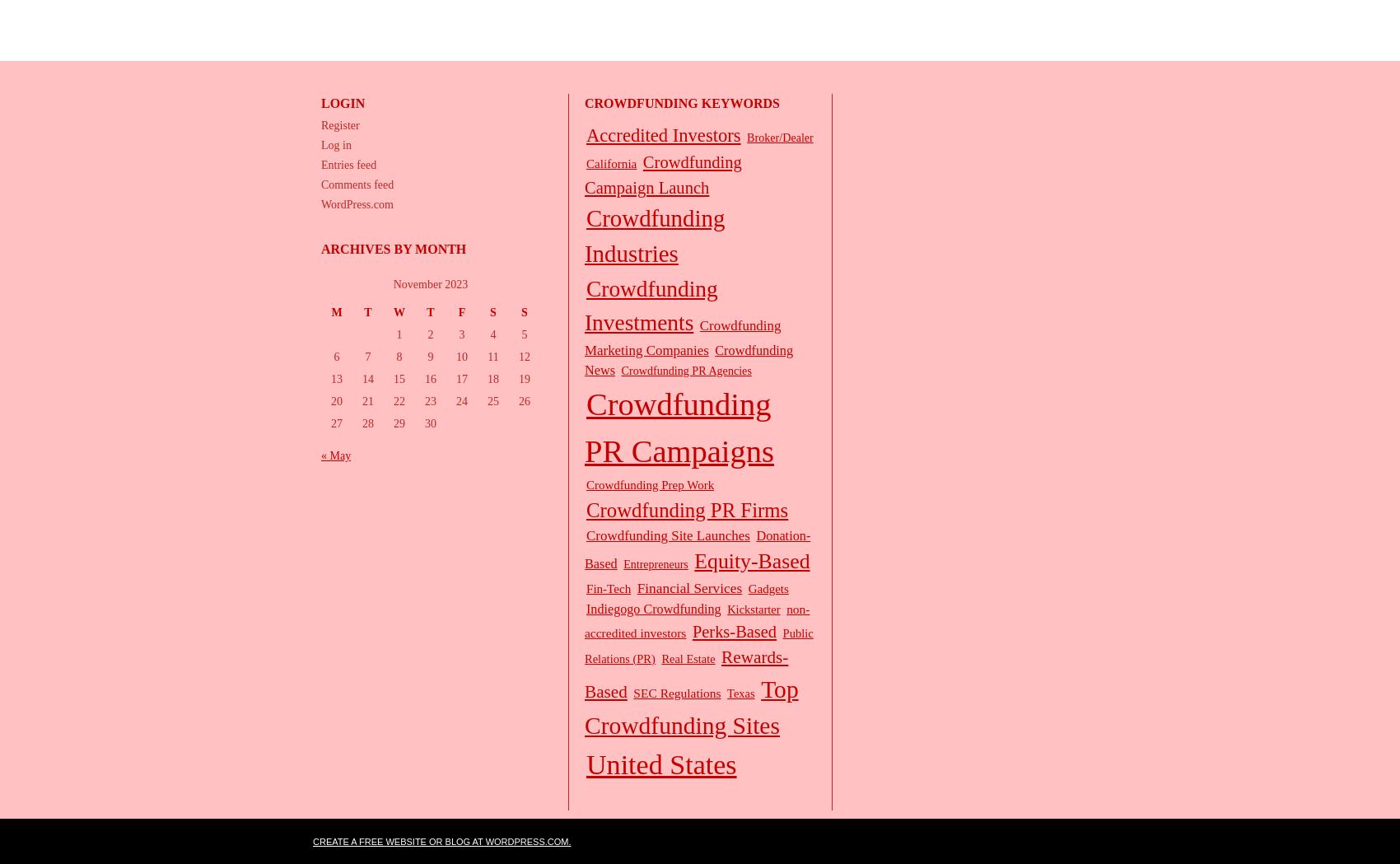 This screenshot has height=864, width=1400. Describe the element at coordinates (399, 356) in the screenshot. I see `'8'` at that location.